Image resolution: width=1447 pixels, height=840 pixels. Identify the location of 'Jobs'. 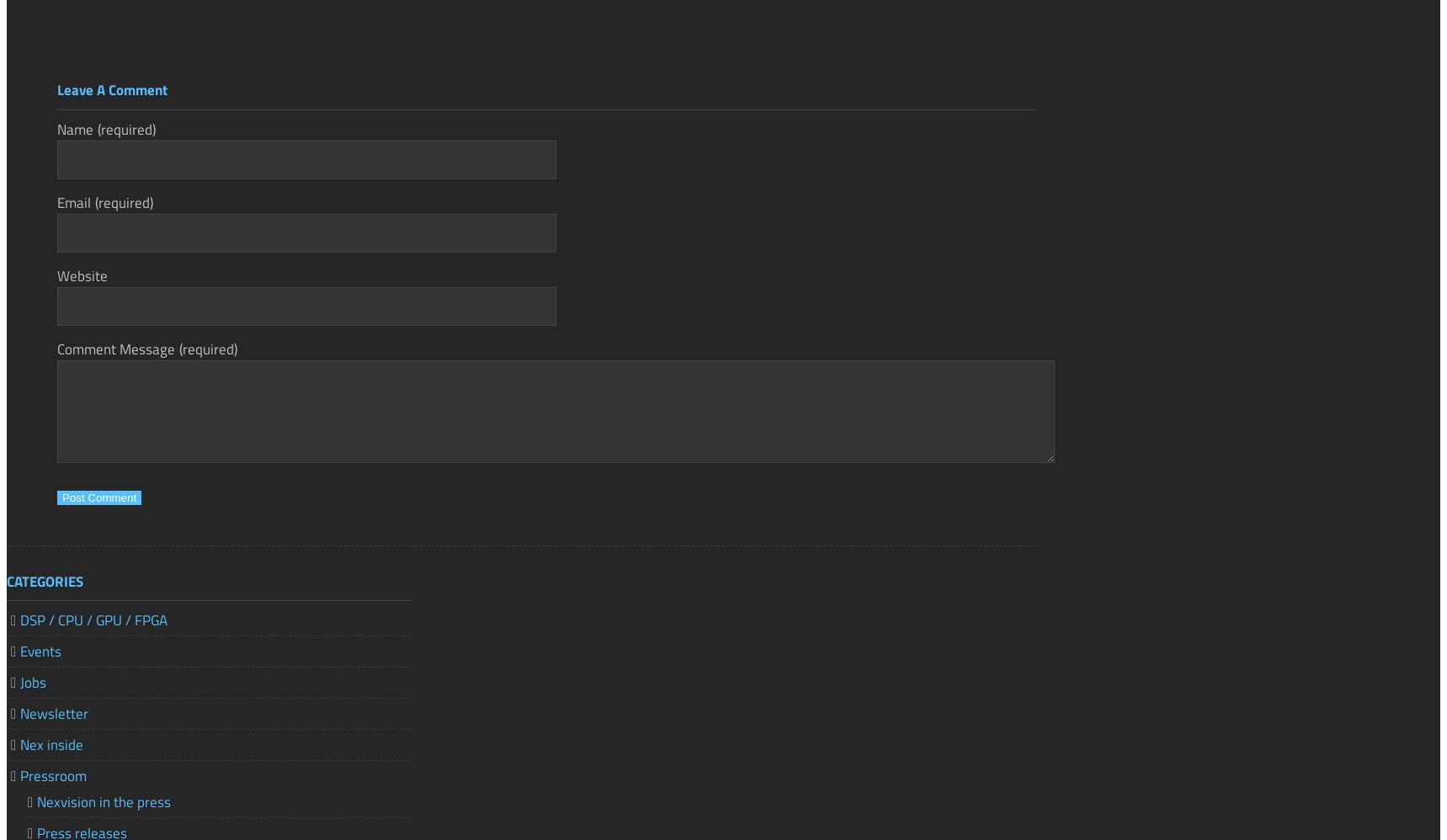
(32, 681).